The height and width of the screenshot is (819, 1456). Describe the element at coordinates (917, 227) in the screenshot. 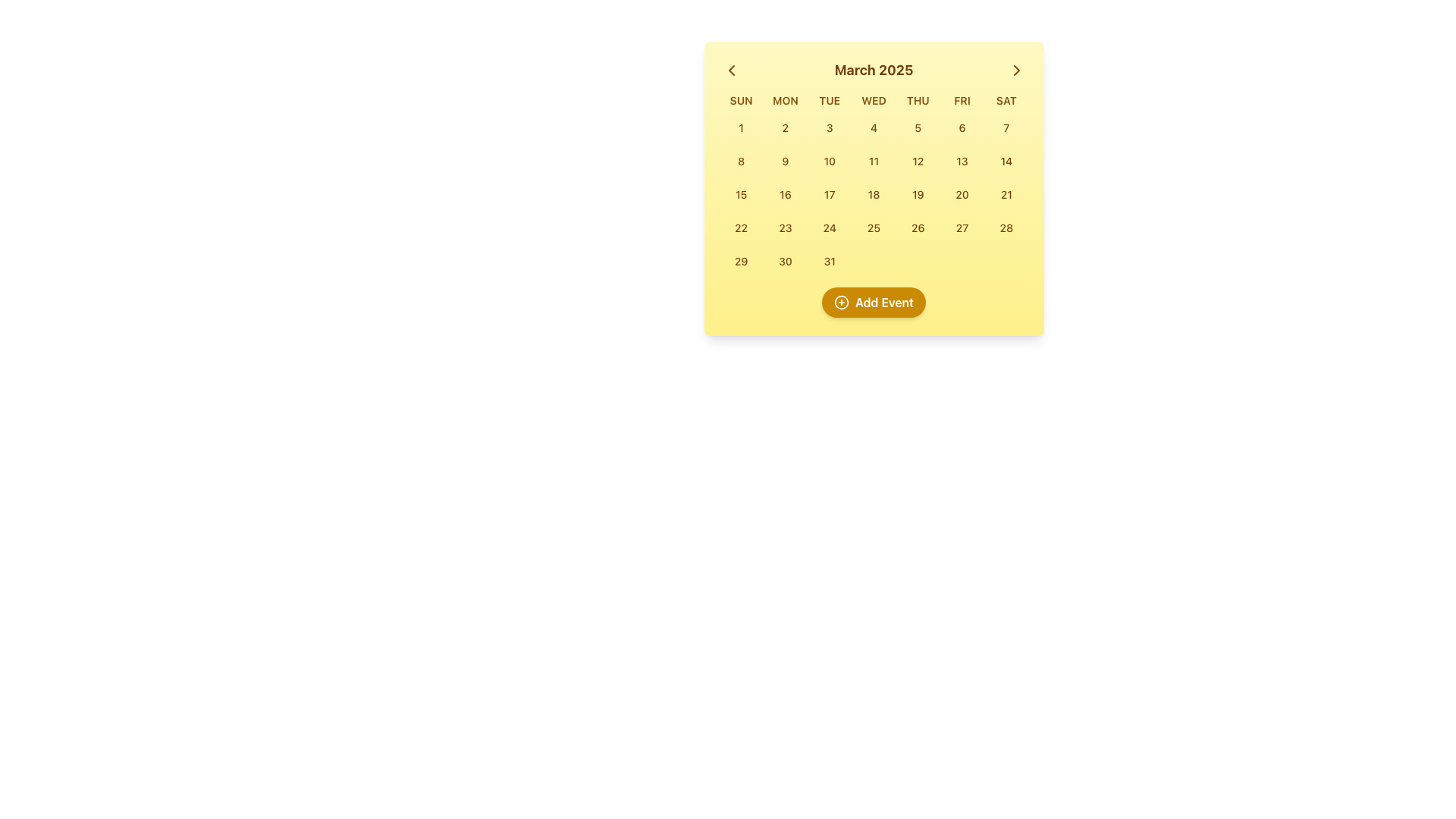

I see `the numeral '26' in bold dark brown font within the March 26, 2025 calendar cell` at that location.